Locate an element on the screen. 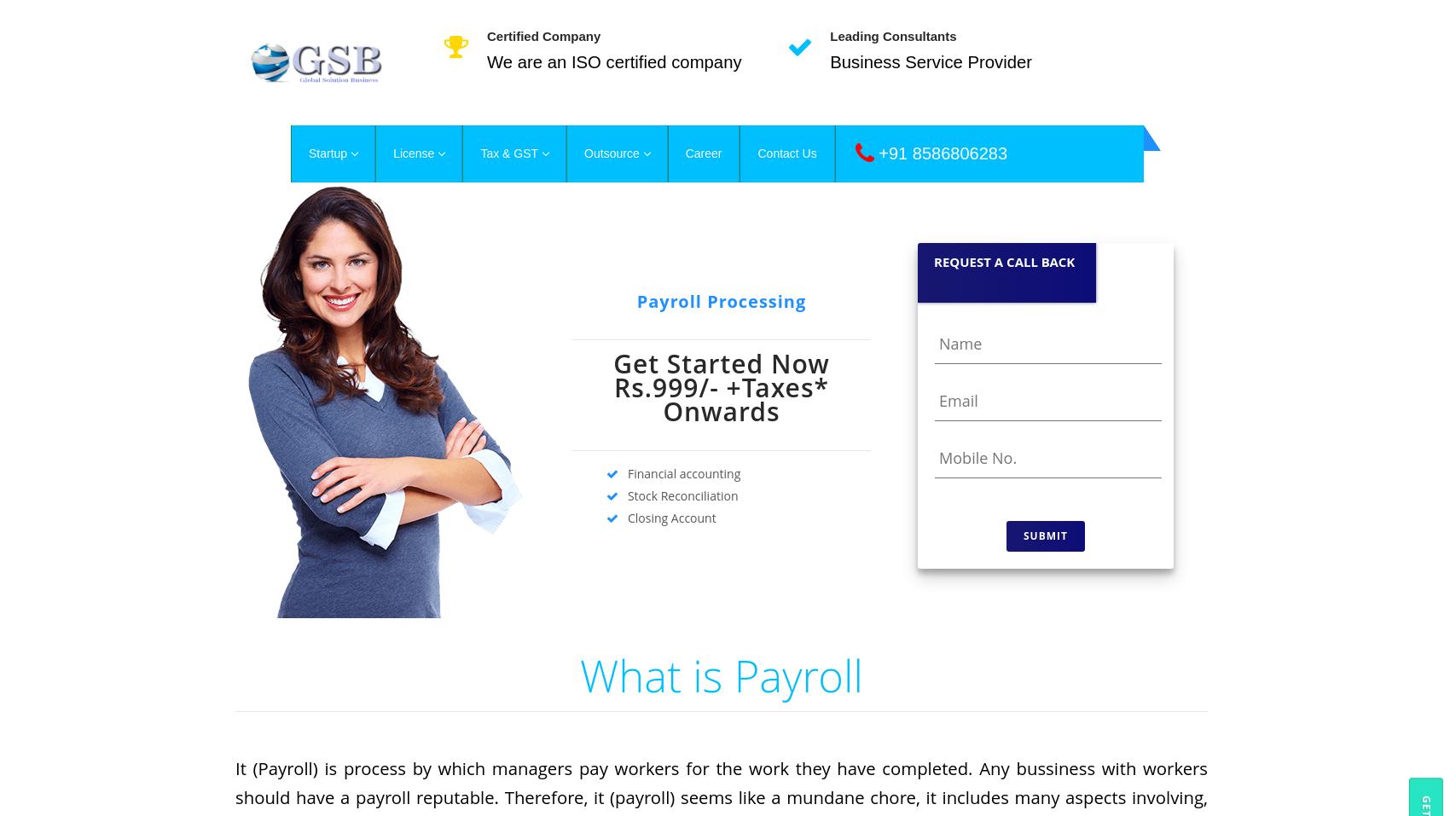 The image size is (1456, 816). 'Business Service Provider' is located at coordinates (930, 61).